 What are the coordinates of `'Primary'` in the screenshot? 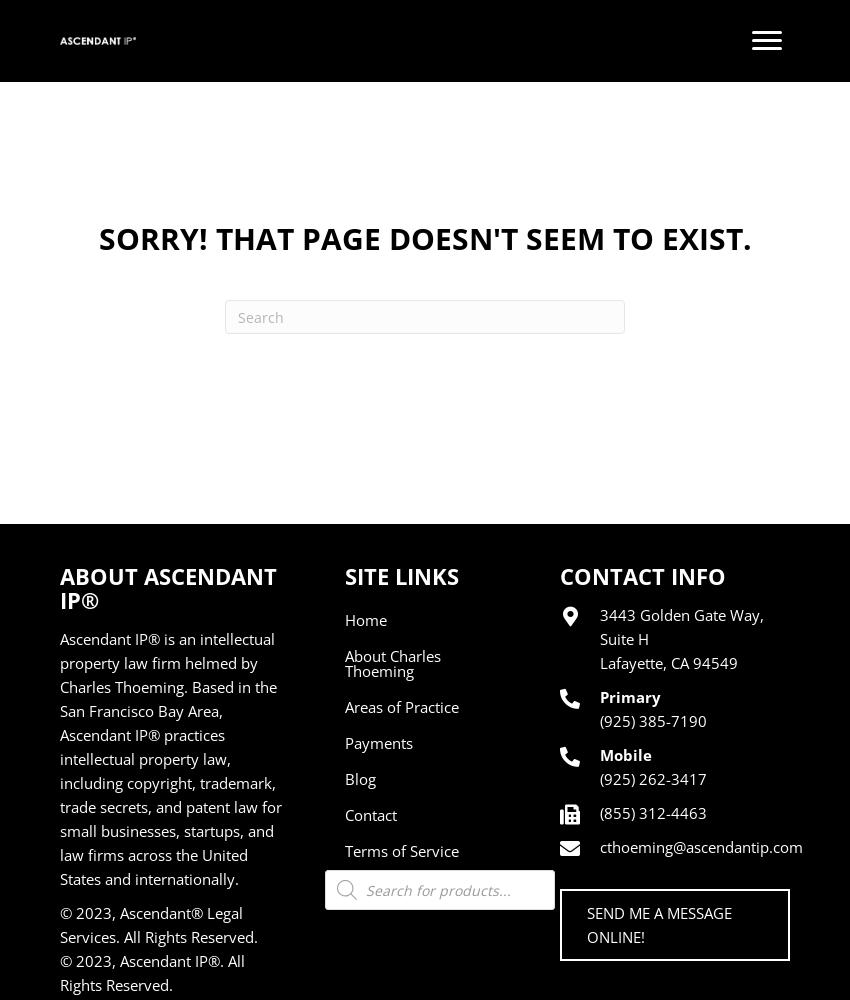 It's located at (629, 696).